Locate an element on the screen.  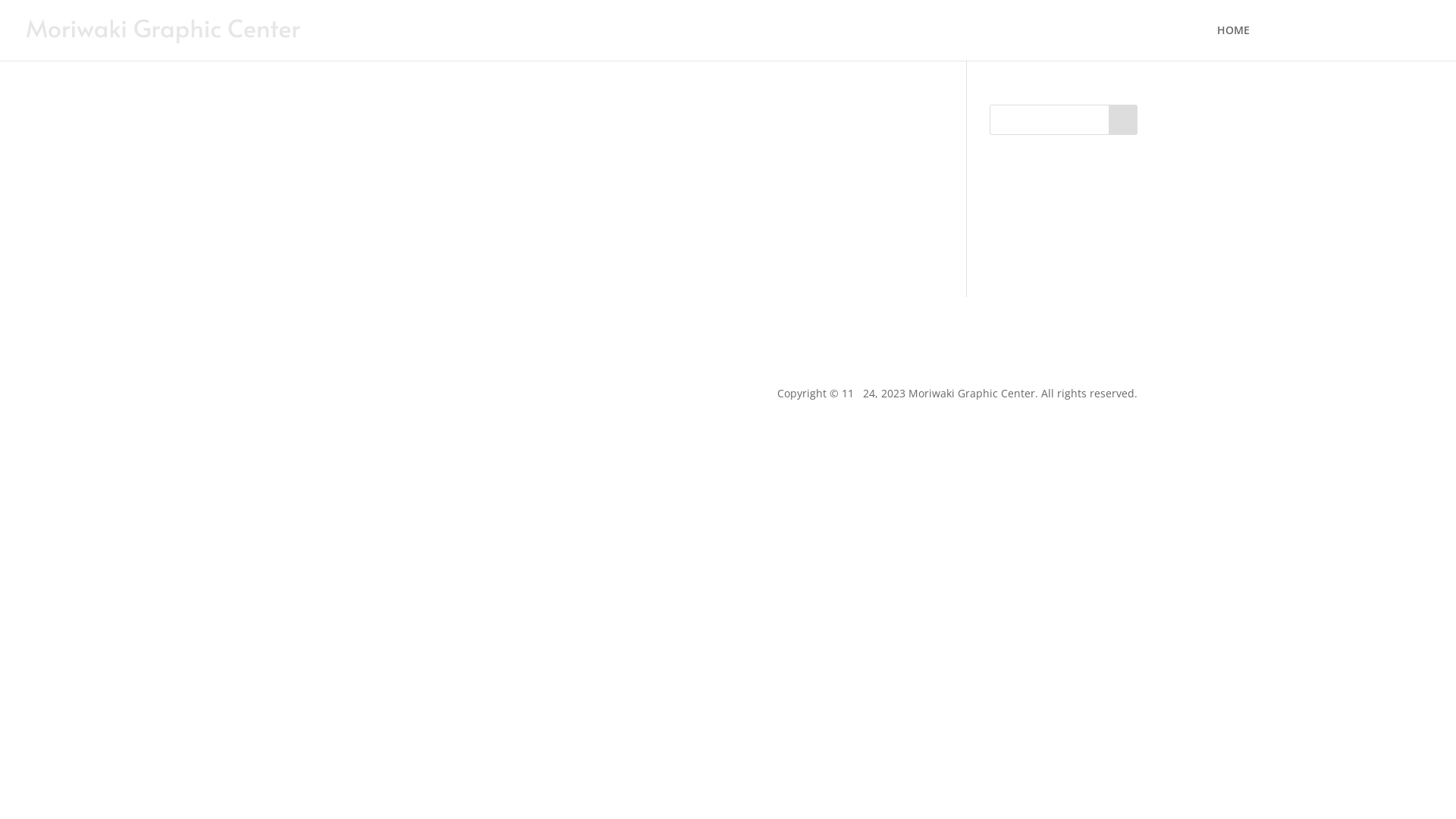
'HOME' is located at coordinates (1216, 42).